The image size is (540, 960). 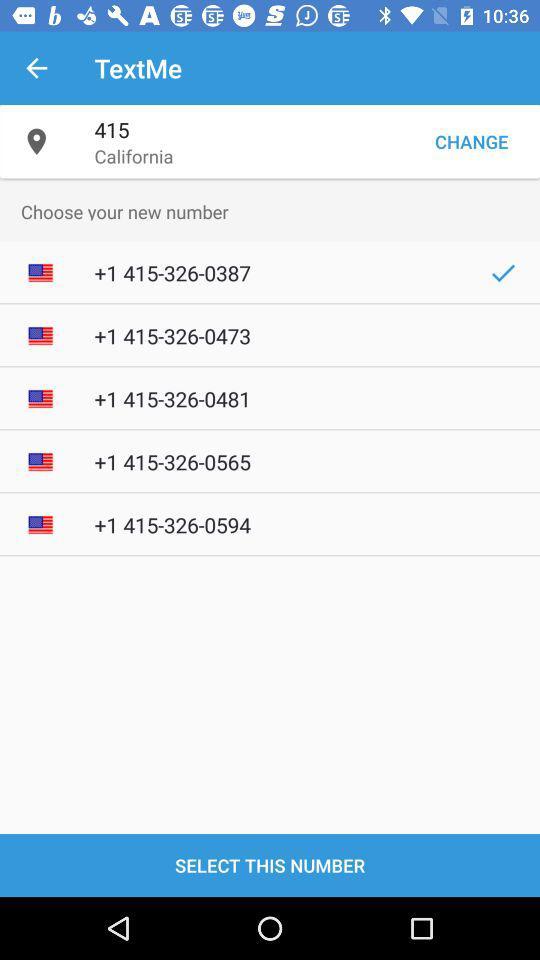 What do you see at coordinates (472, 140) in the screenshot?
I see `change` at bounding box center [472, 140].